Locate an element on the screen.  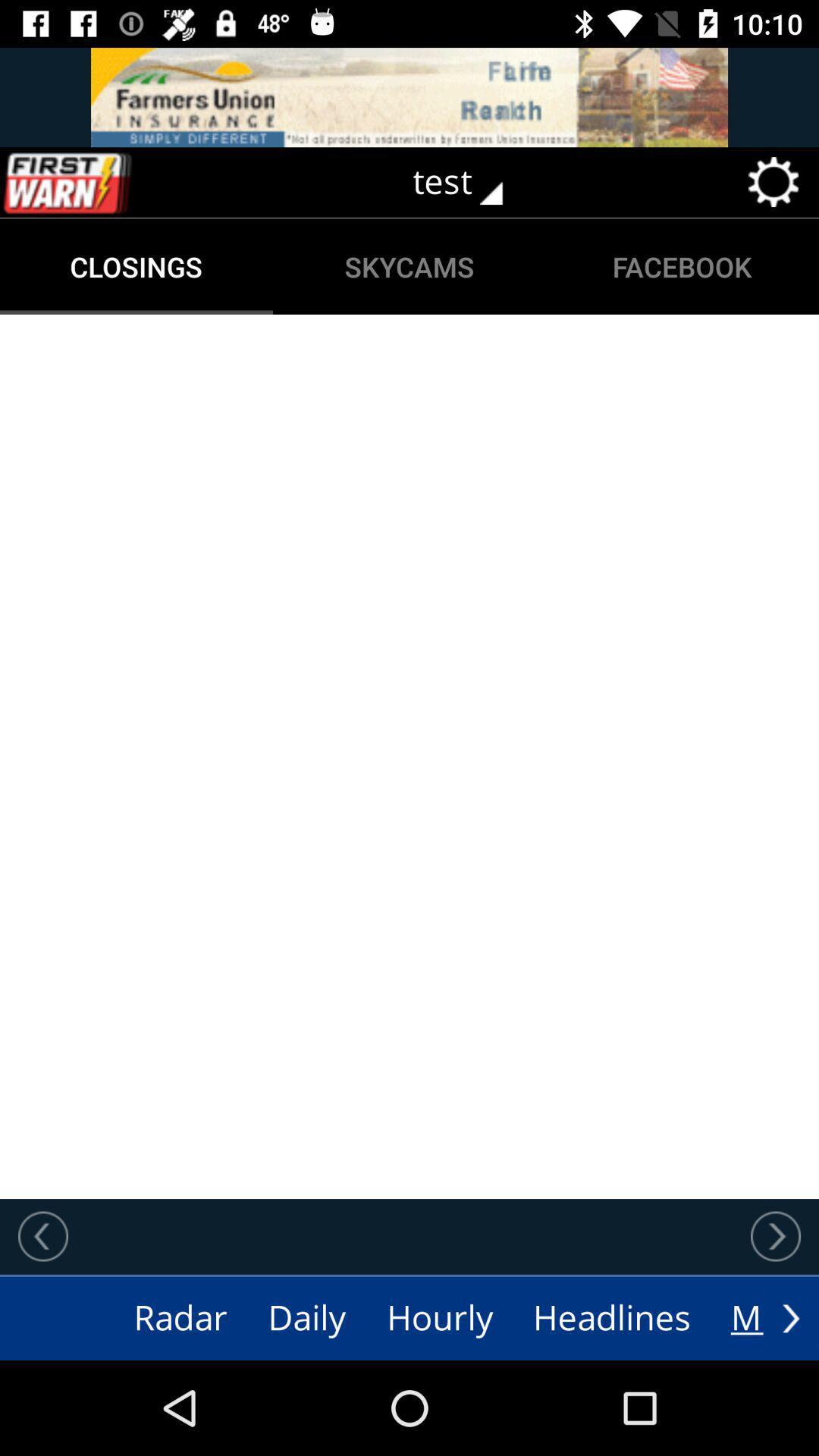
a funcionalidade desta funo possibilita avanar is located at coordinates (775, 1236).